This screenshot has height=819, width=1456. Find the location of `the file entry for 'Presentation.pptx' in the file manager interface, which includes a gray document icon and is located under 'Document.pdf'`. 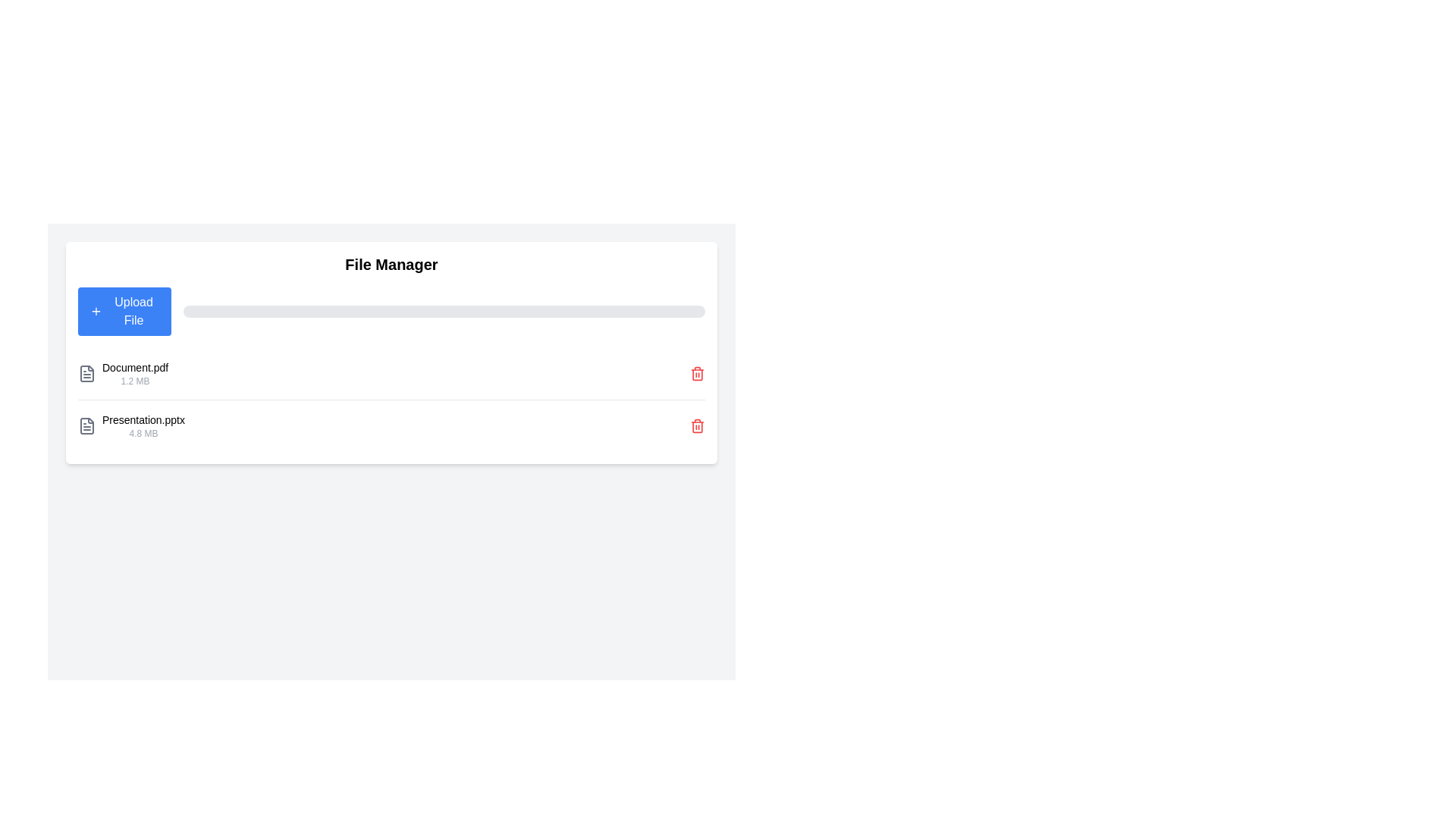

the file entry for 'Presentation.pptx' in the file manager interface, which includes a gray document icon and is located under 'Document.pdf' is located at coordinates (131, 426).